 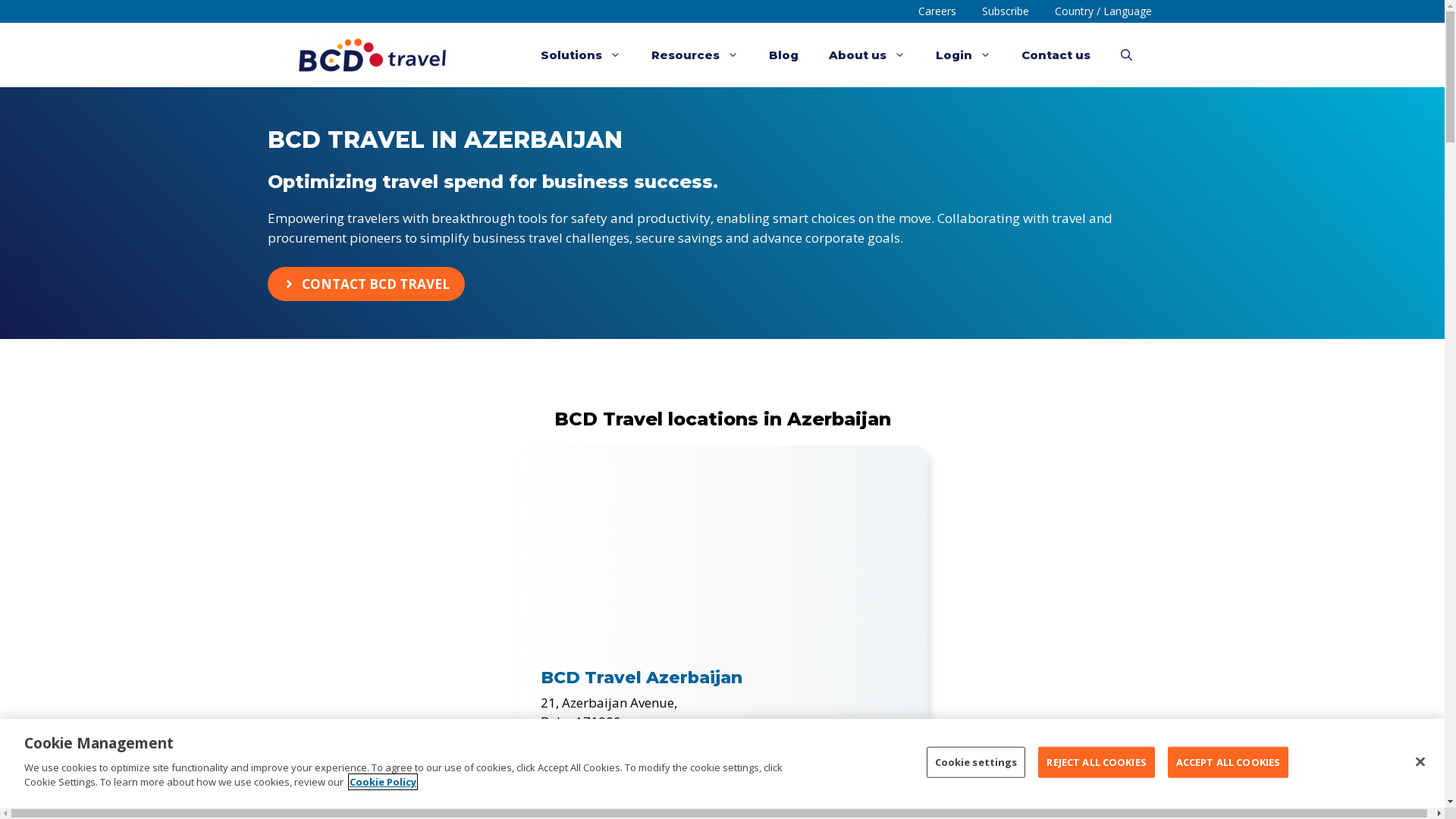 I want to click on 'ACCEPT ALL COOKIES', so click(x=1228, y=762).